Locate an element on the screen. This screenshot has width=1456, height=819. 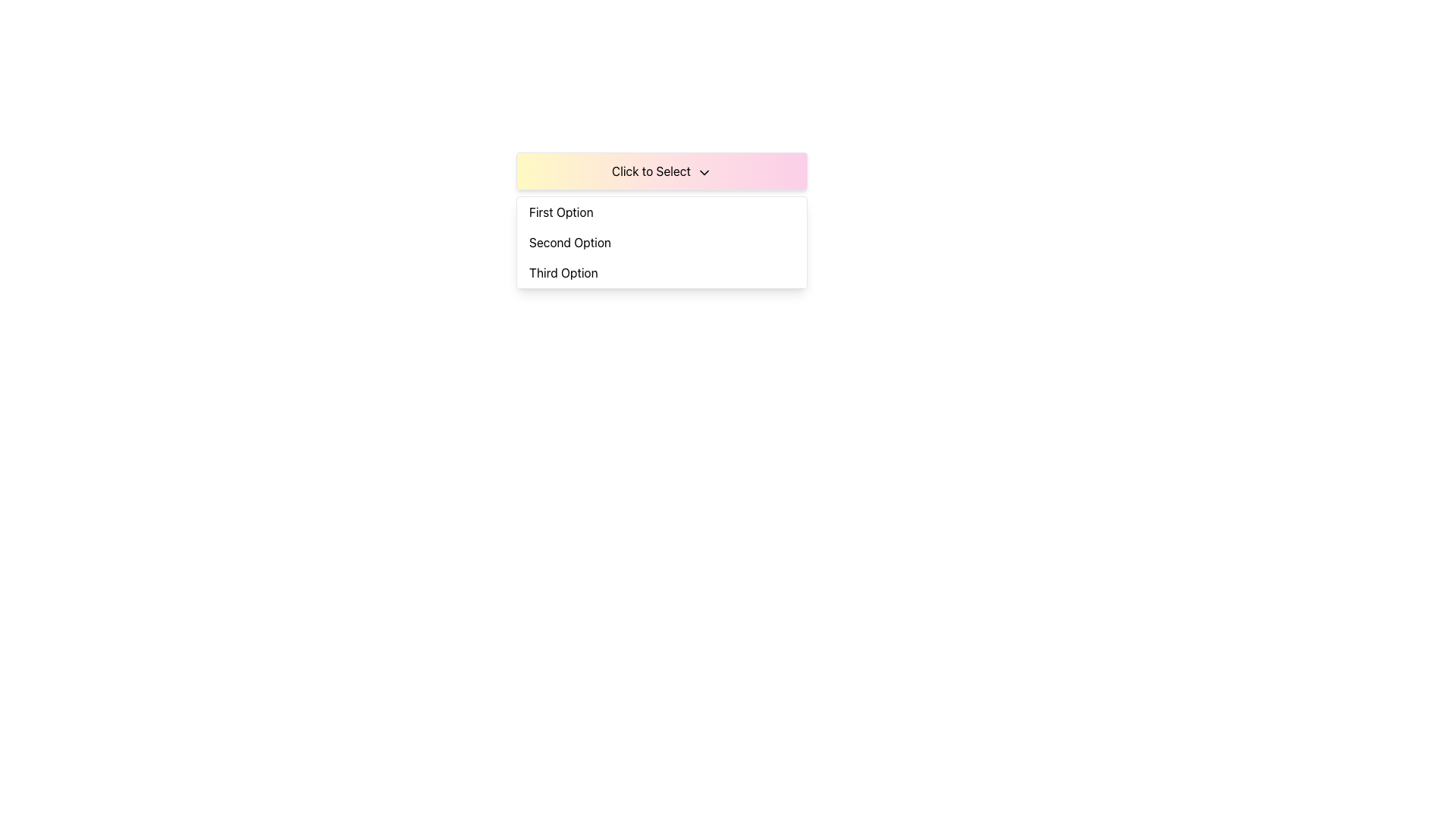
the downward-pointing chevron icon is located at coordinates (704, 171).